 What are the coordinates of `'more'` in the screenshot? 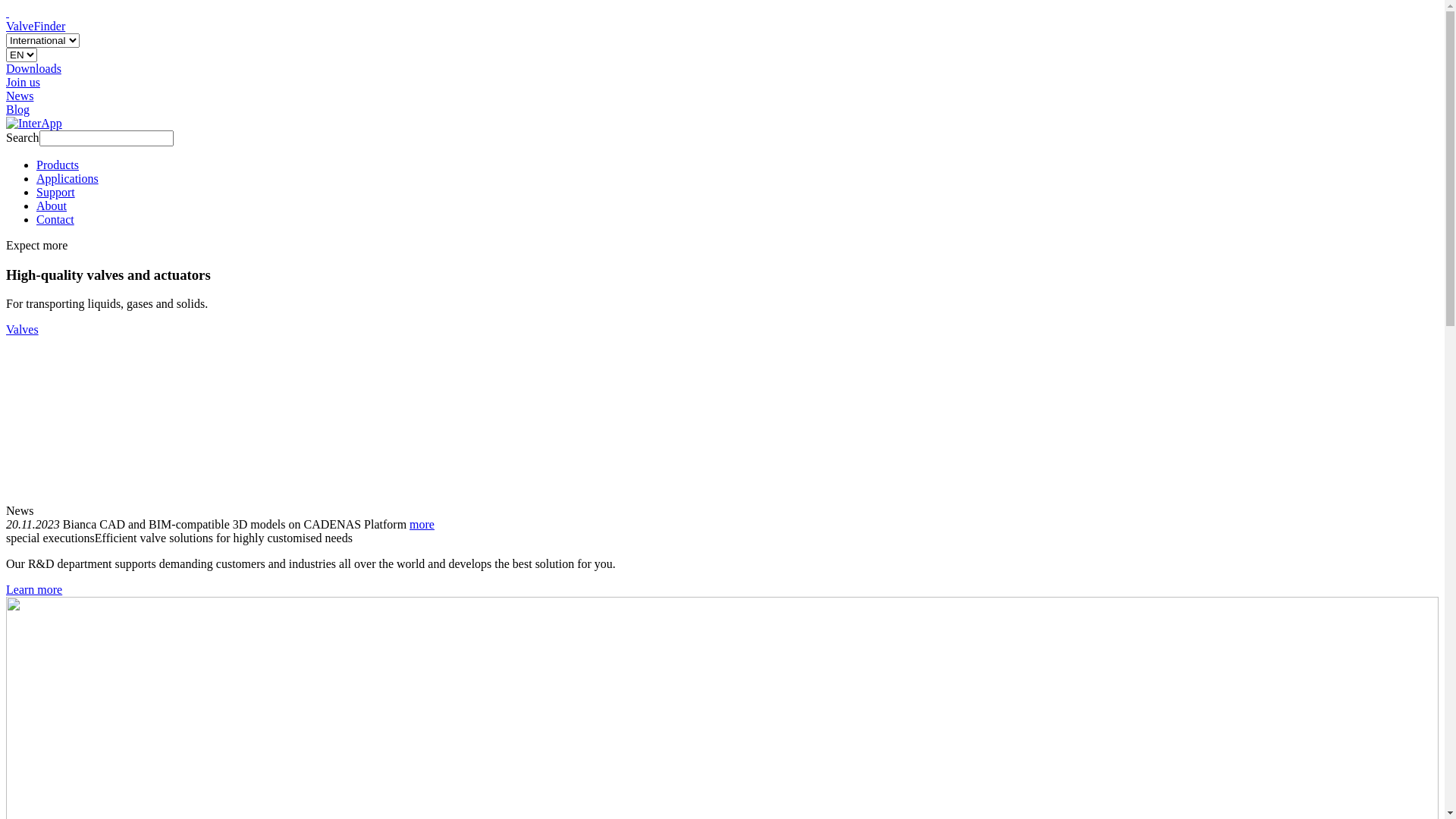 It's located at (422, 523).